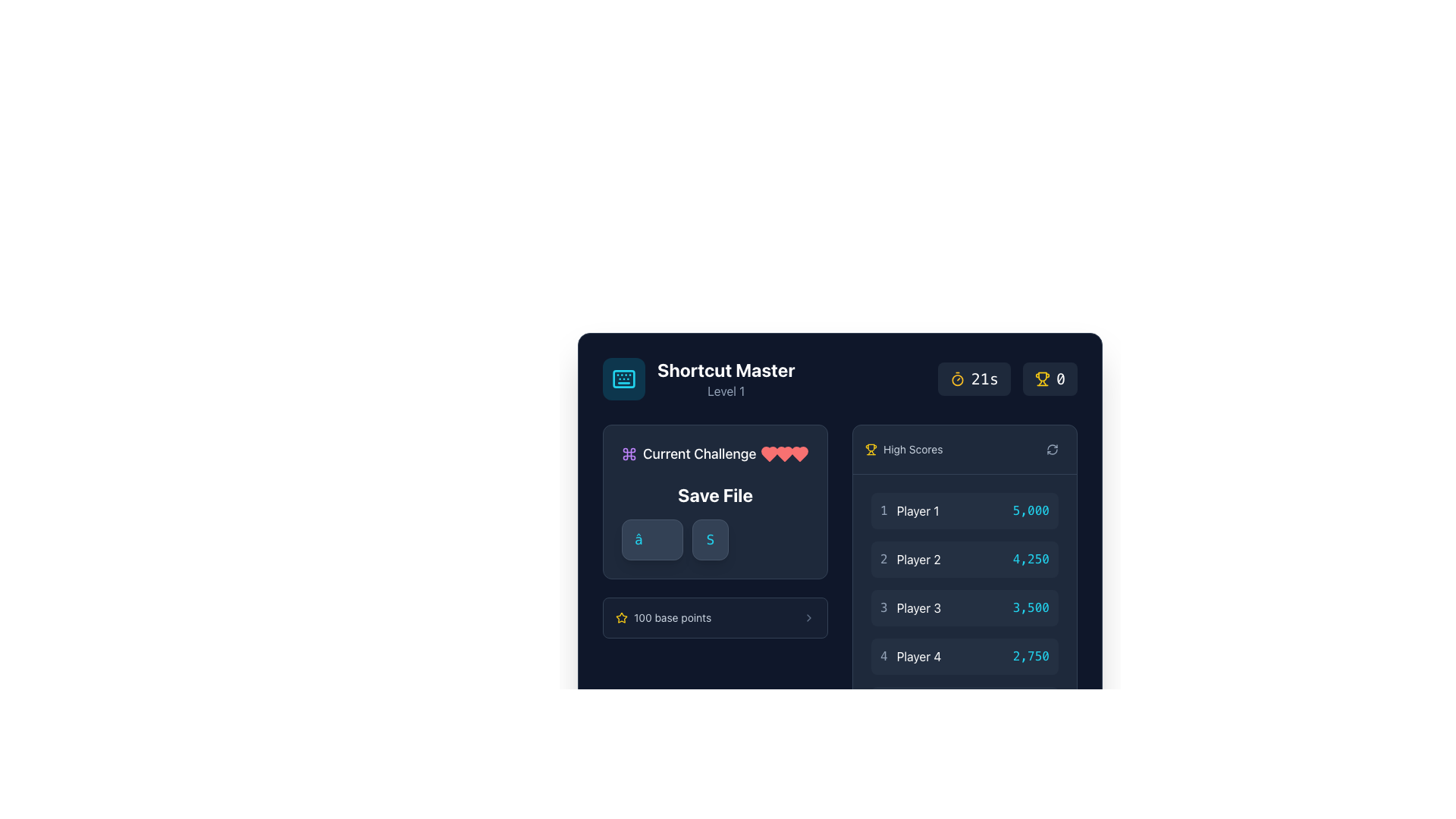  Describe the element at coordinates (918, 559) in the screenshot. I see `the second player's name in the high scores list, which appears right after 'Player 1' and before 'Player 3'` at that location.